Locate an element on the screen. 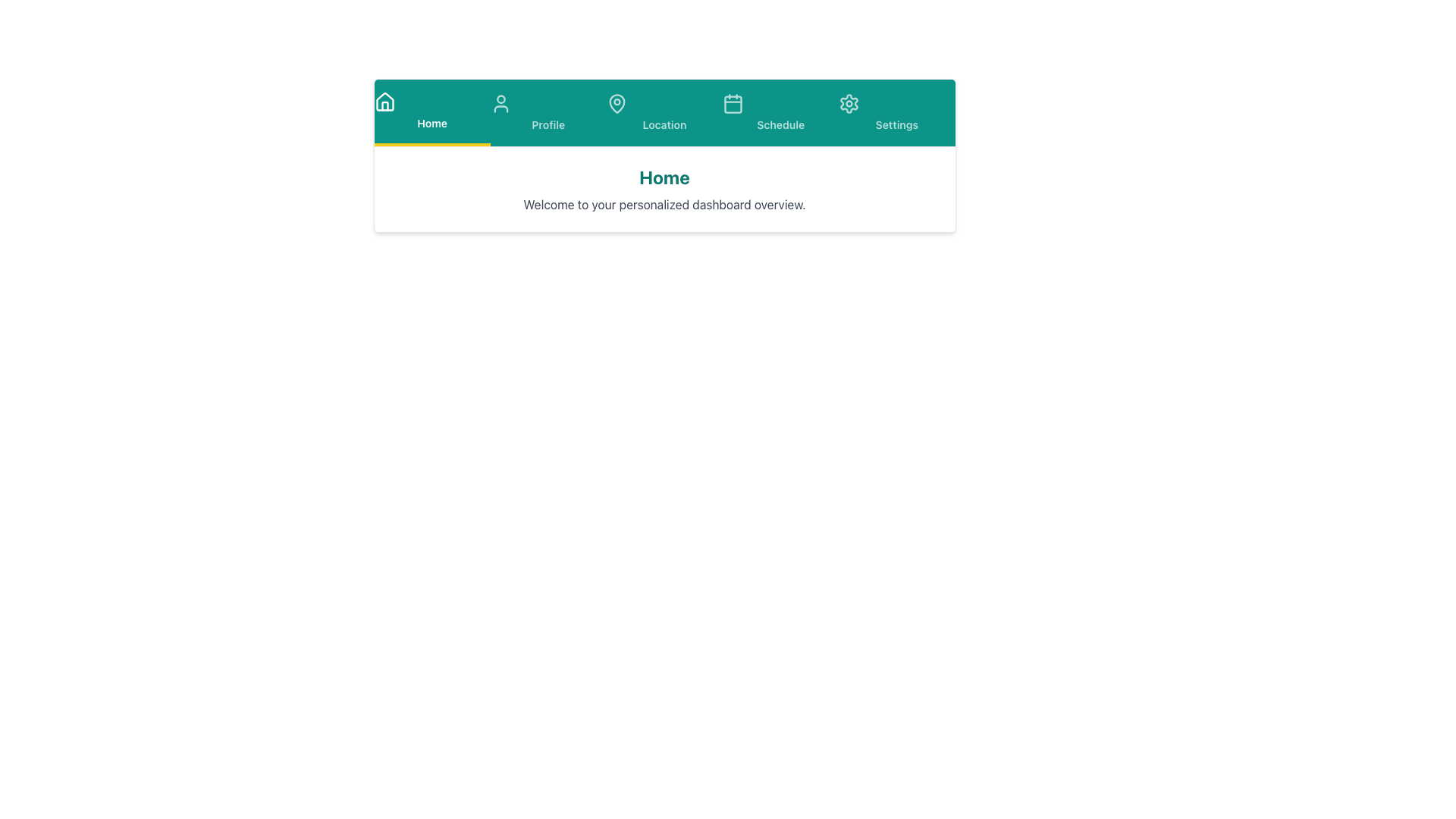 Image resolution: width=1456 pixels, height=819 pixels. the text element that reads 'Welcome to your personalized dashboard overview.' which is styled with a gray font color and positioned below the 'Home' heading is located at coordinates (664, 205).